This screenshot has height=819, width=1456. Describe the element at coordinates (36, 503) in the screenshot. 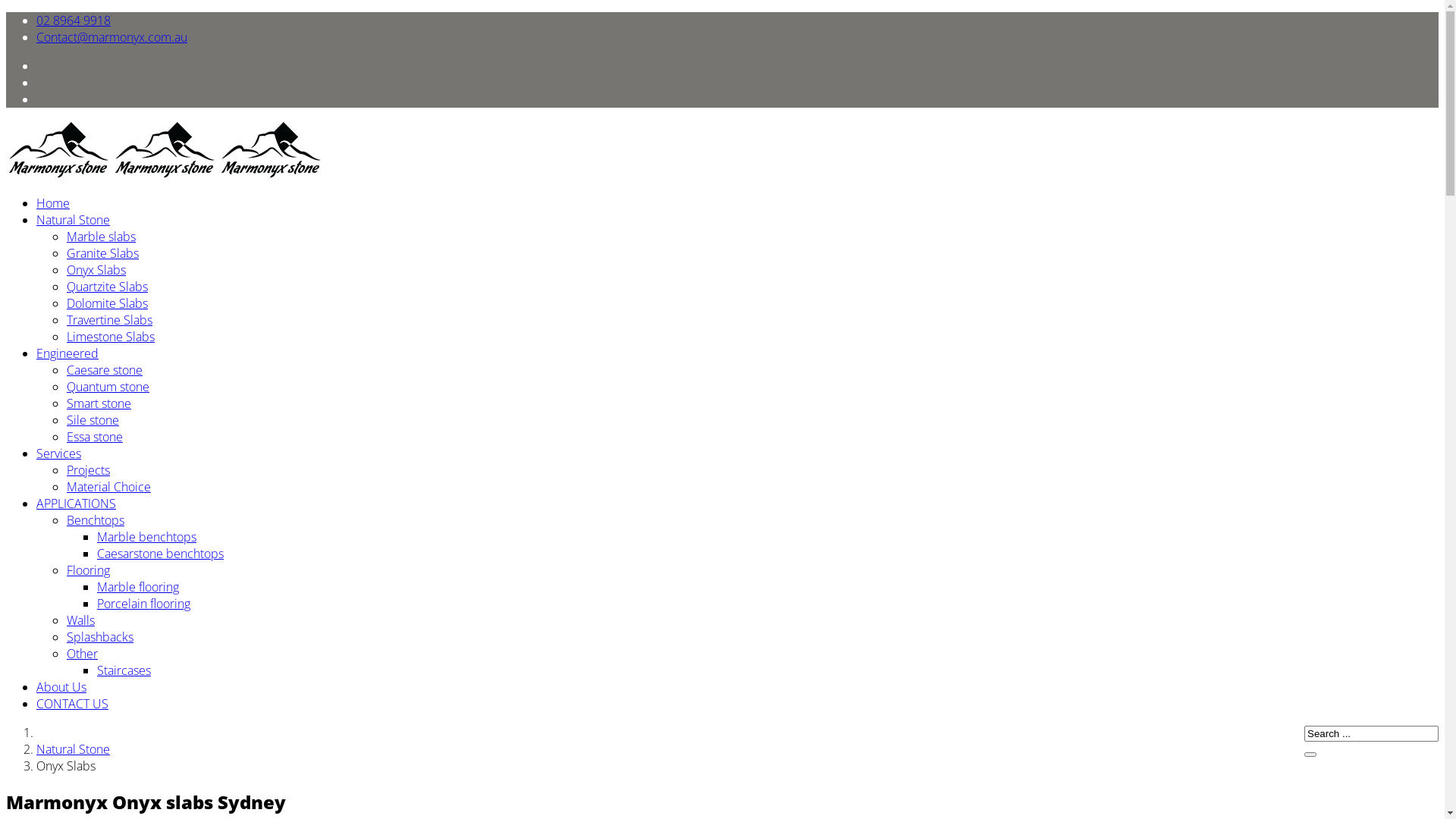

I see `'APPLICATIONS'` at that location.